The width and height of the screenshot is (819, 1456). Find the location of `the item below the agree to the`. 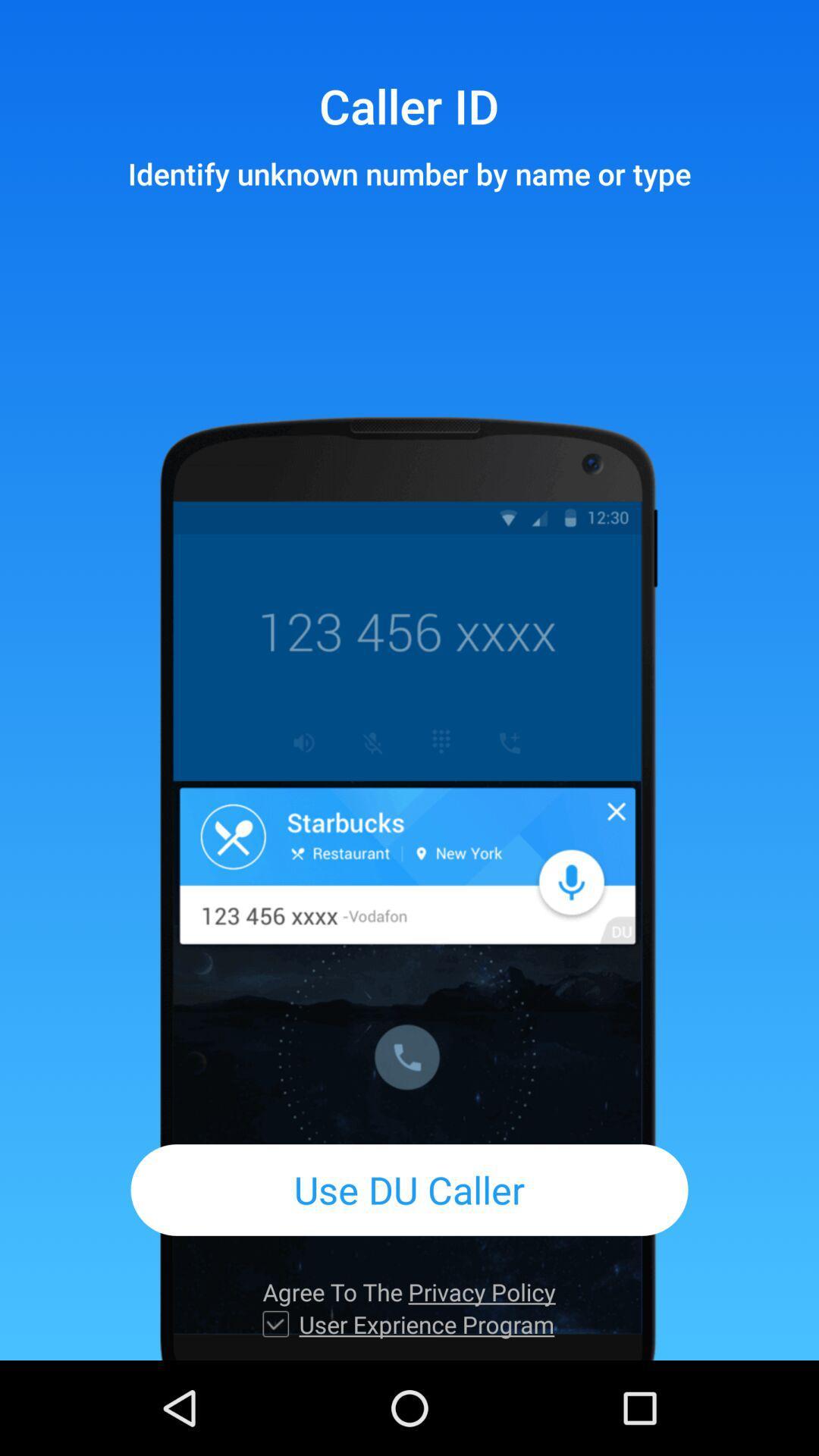

the item below the agree to the is located at coordinates (275, 1323).